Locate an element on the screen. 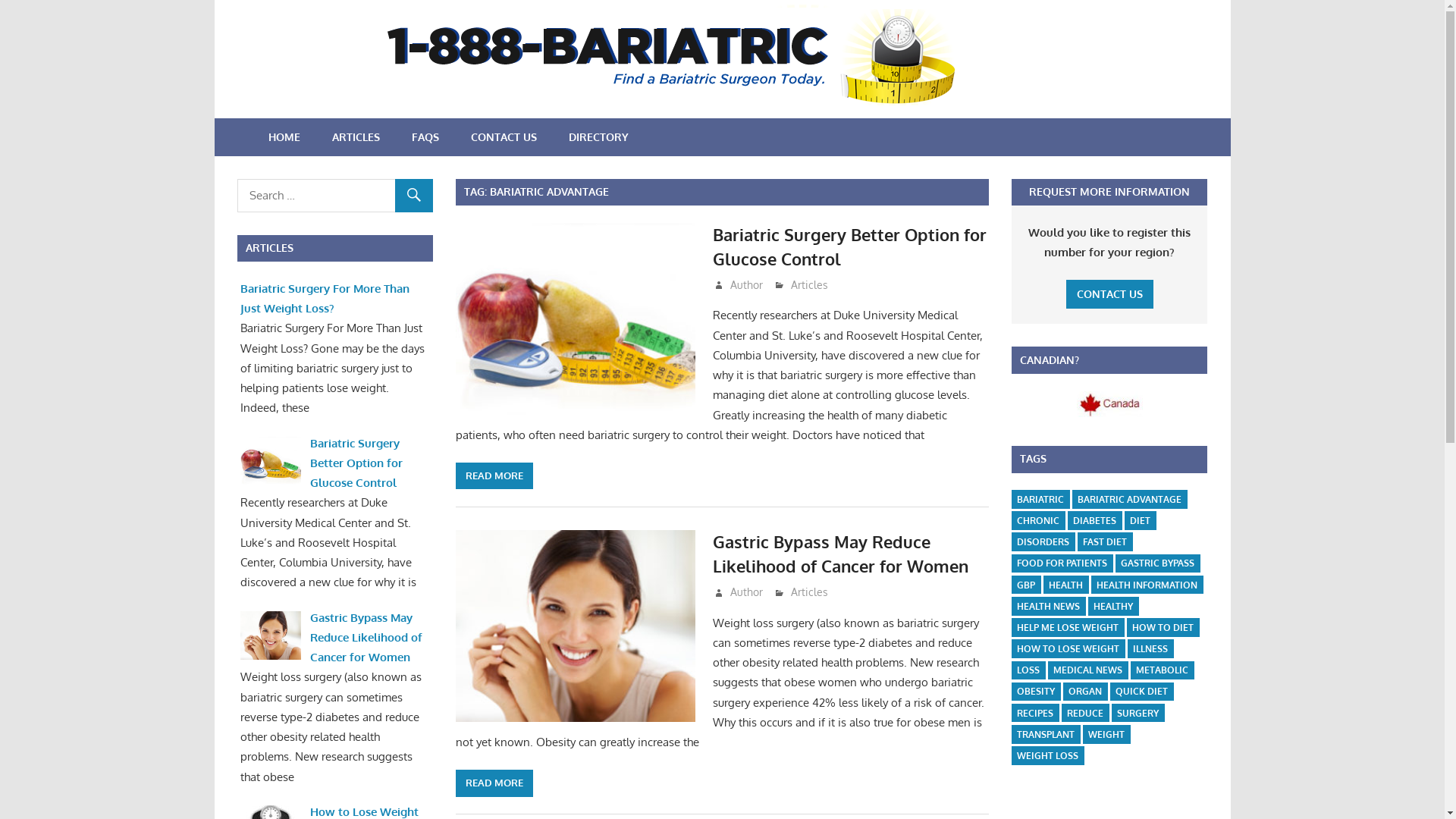 Image resolution: width=1456 pixels, height=819 pixels. 'QUICK DIET' is located at coordinates (1110, 692).